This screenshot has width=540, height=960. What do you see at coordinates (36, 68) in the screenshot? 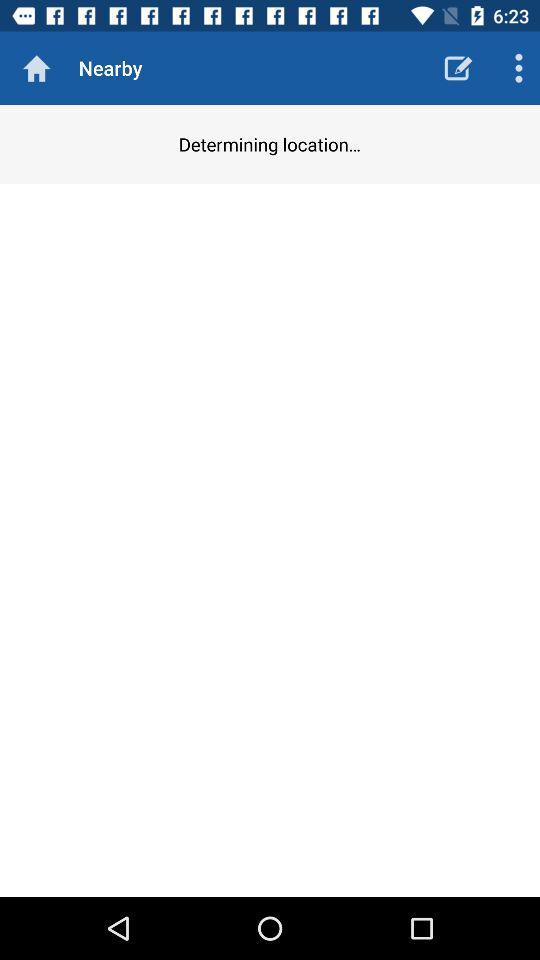
I see `home` at bounding box center [36, 68].